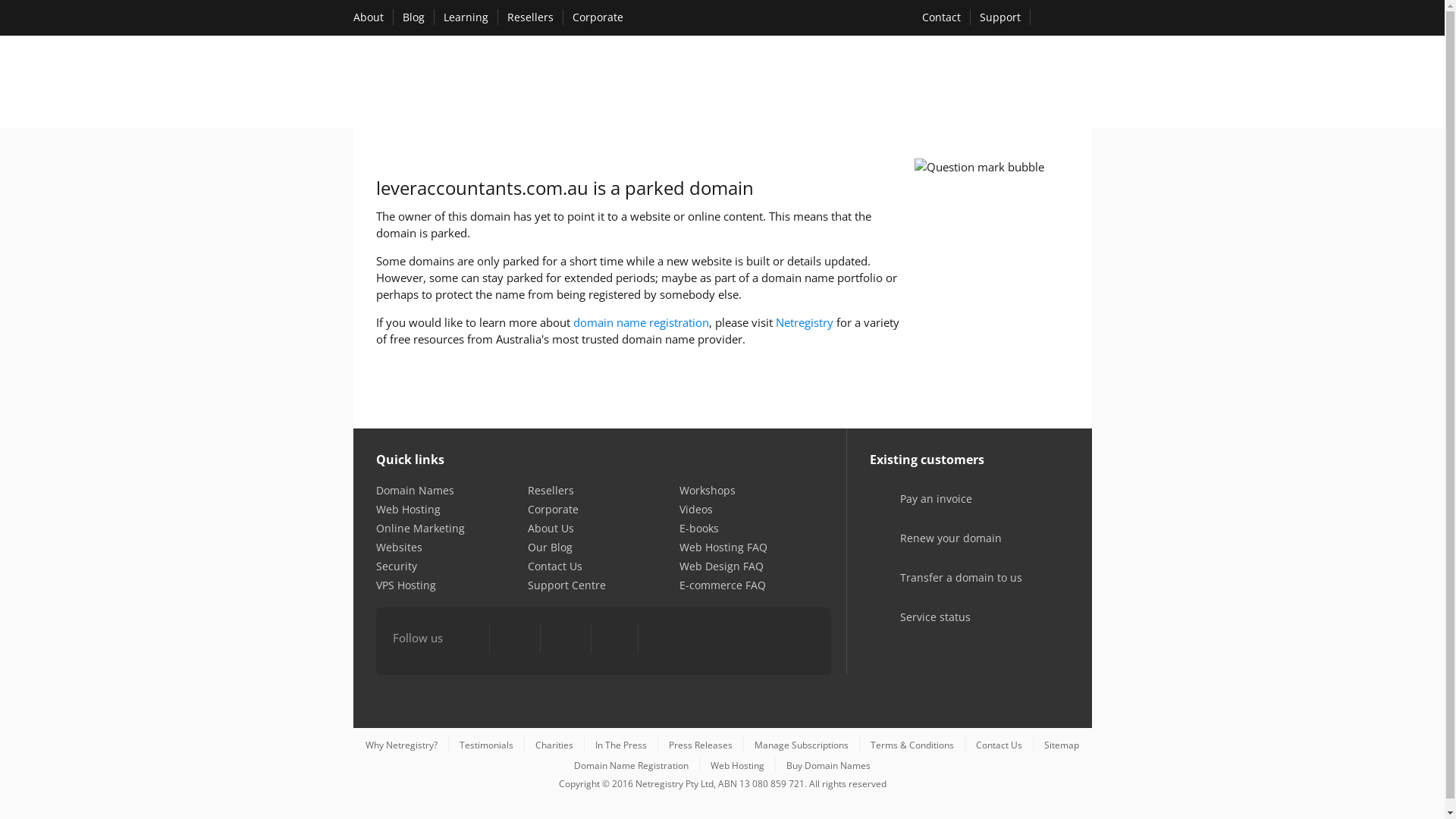 The width and height of the screenshot is (1456, 819). I want to click on 'Buy Domain Names', so click(827, 765).